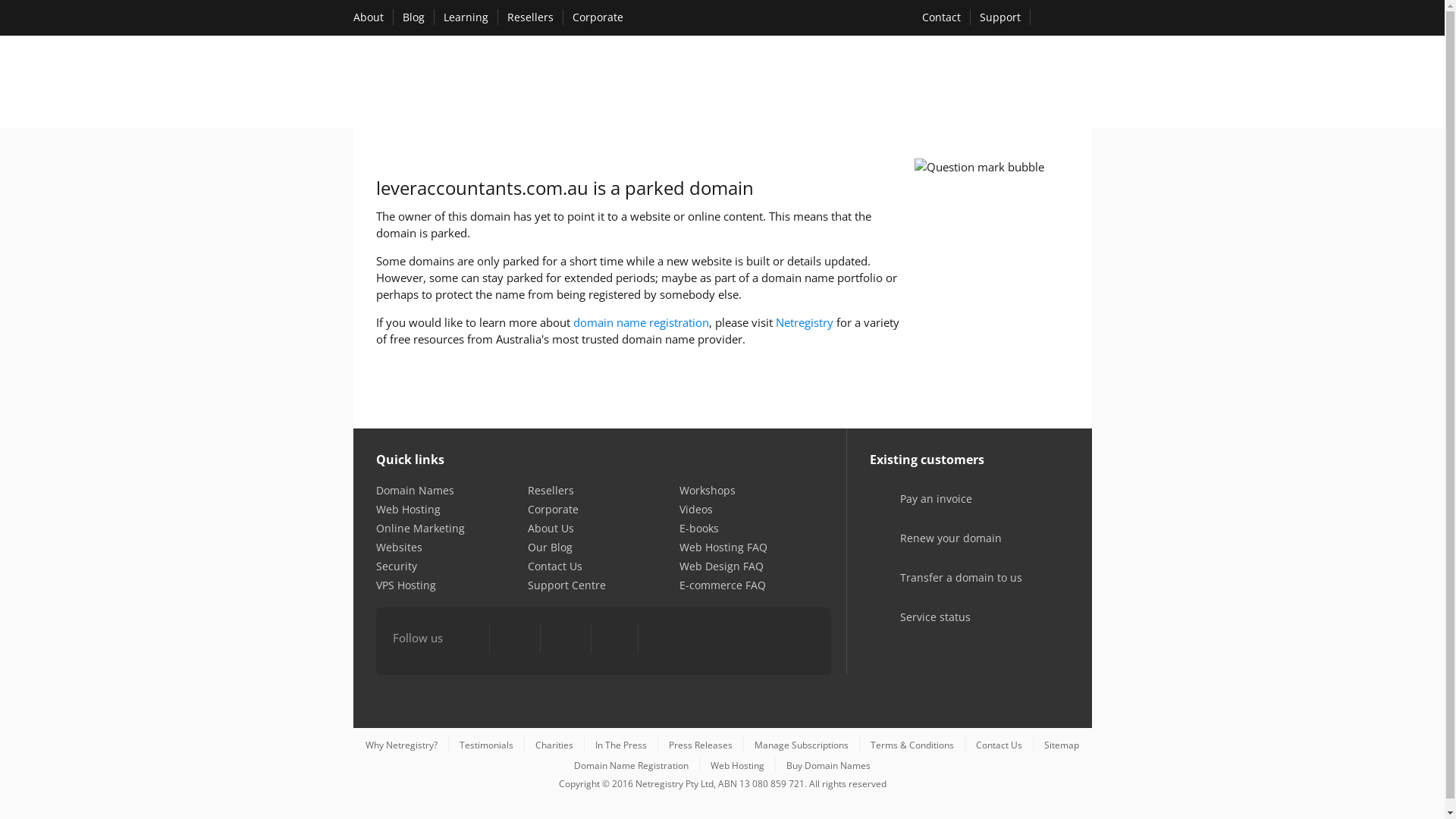 The width and height of the screenshot is (1456, 819). I want to click on 'Buy Domain Names', so click(827, 765).